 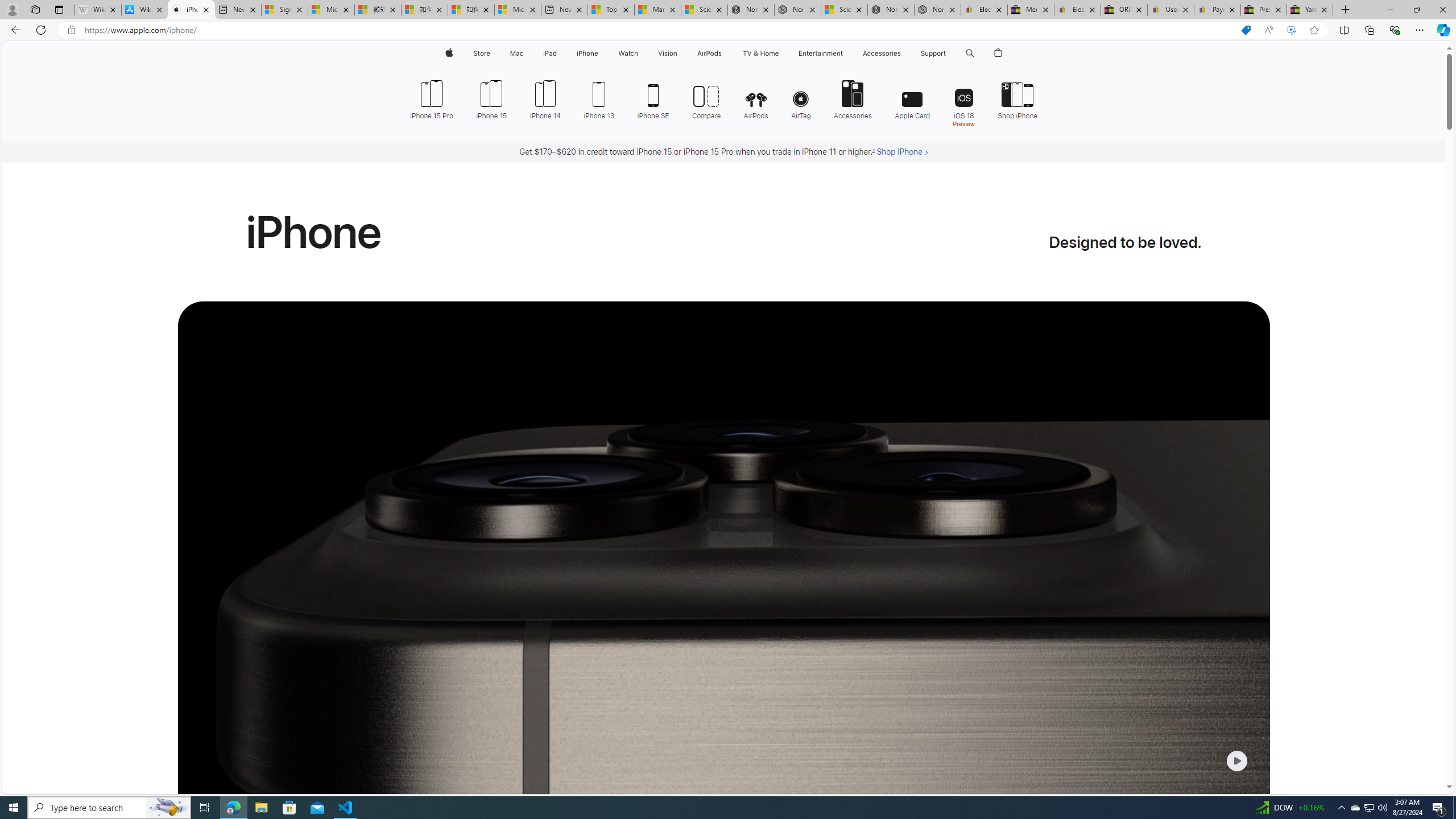 I want to click on 'iPhone menu', so click(x=600, y=53).